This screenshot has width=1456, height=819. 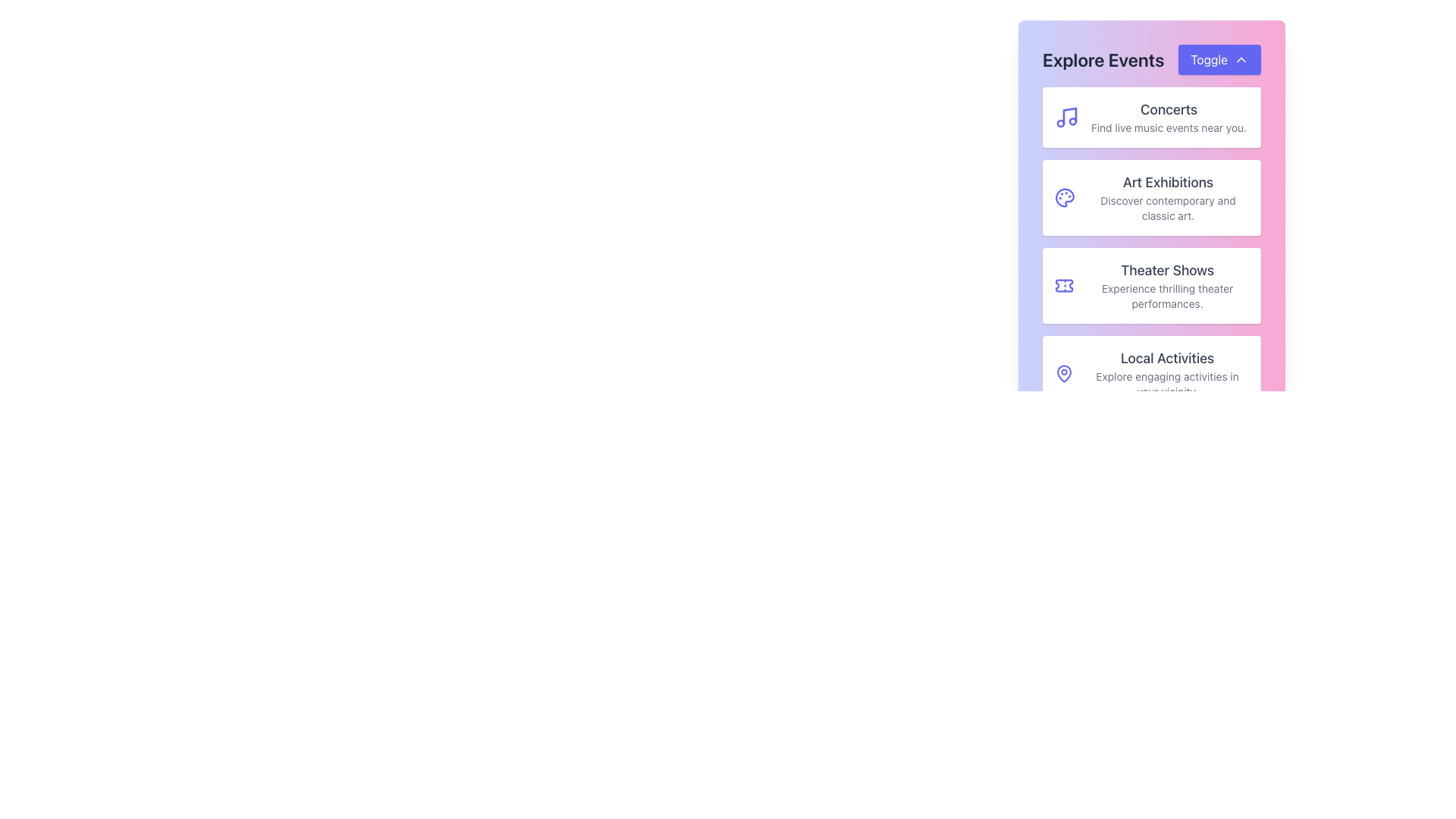 I want to click on the Event Tile, which is the third item in the list under 'Explore Events', so click(x=1151, y=248).